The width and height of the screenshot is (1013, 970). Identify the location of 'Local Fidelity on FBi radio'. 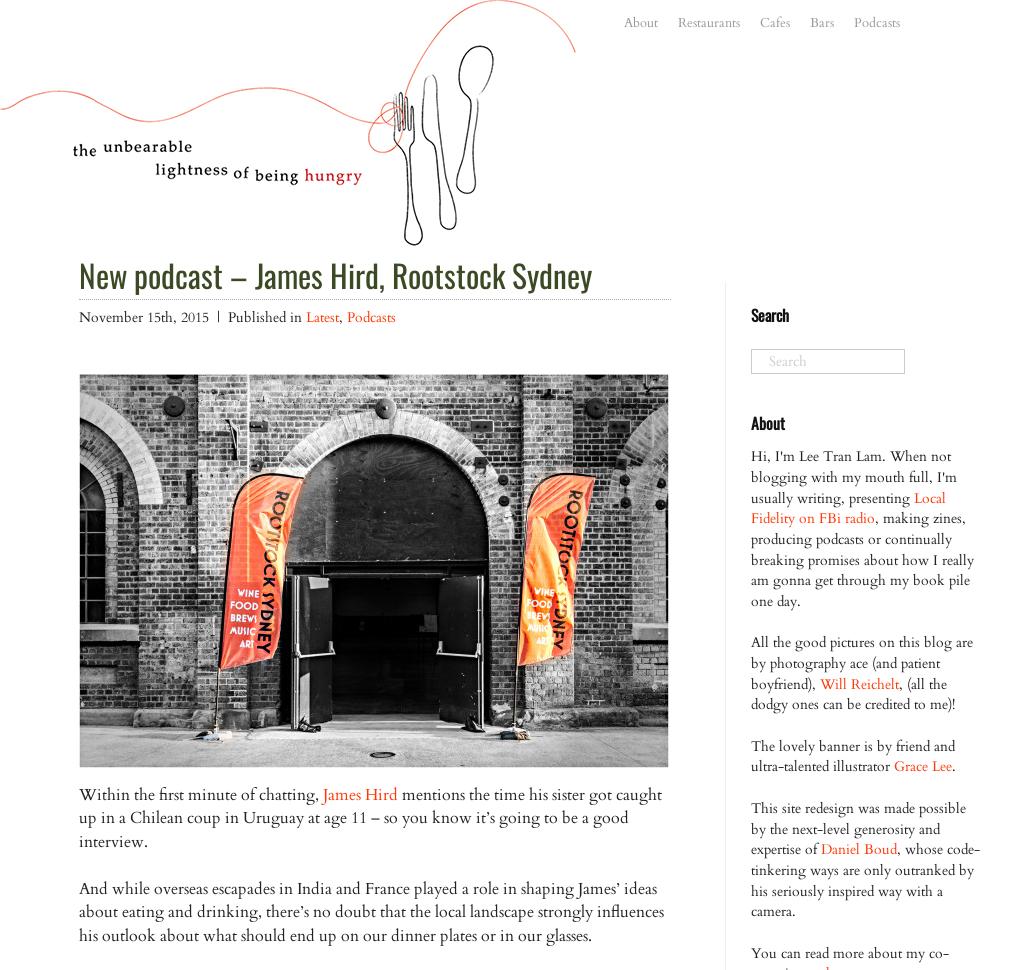
(847, 507).